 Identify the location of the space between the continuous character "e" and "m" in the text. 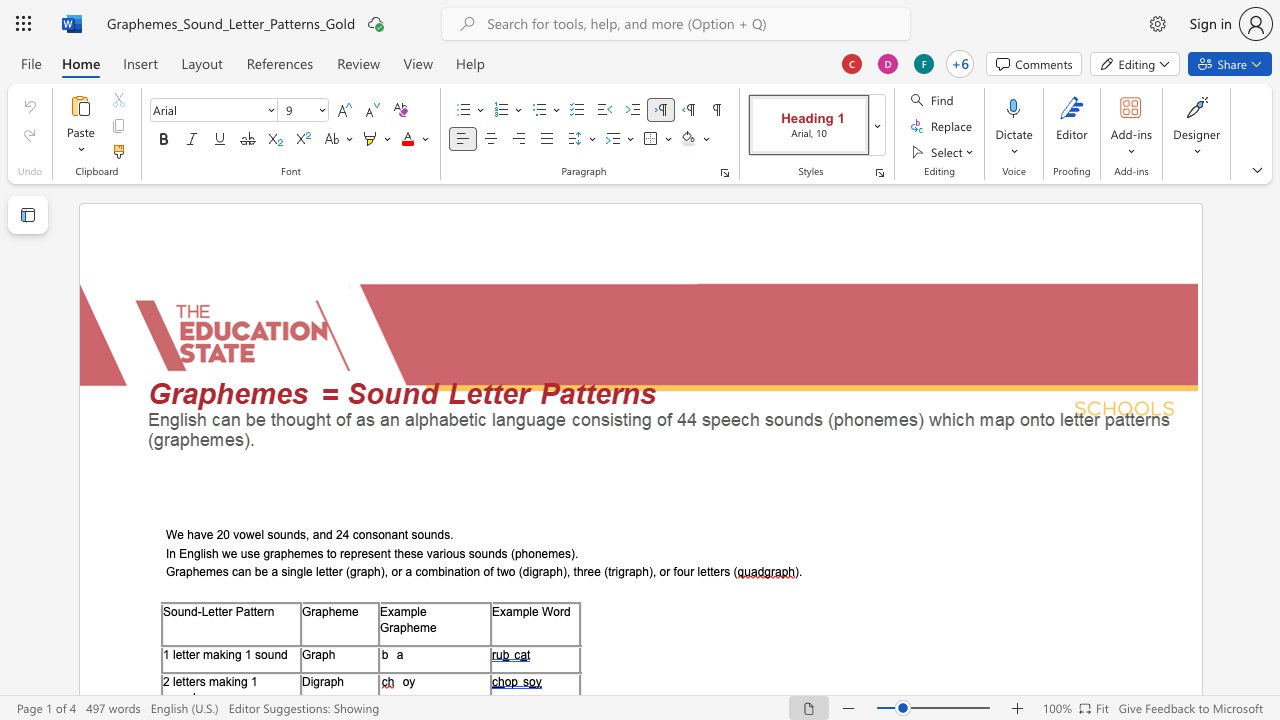
(549, 553).